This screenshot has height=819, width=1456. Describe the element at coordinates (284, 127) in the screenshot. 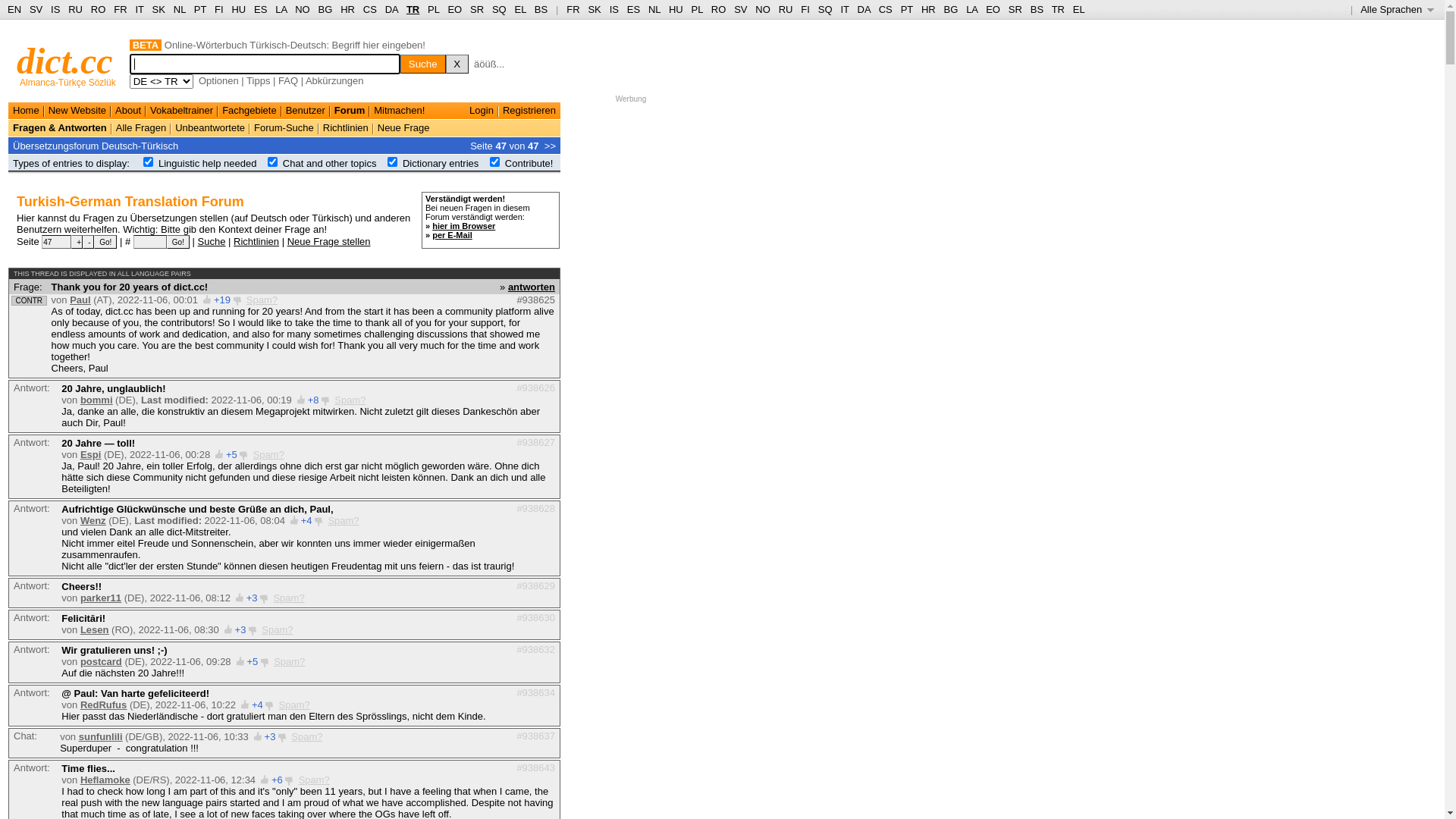

I see `'Forum-Suche'` at that location.